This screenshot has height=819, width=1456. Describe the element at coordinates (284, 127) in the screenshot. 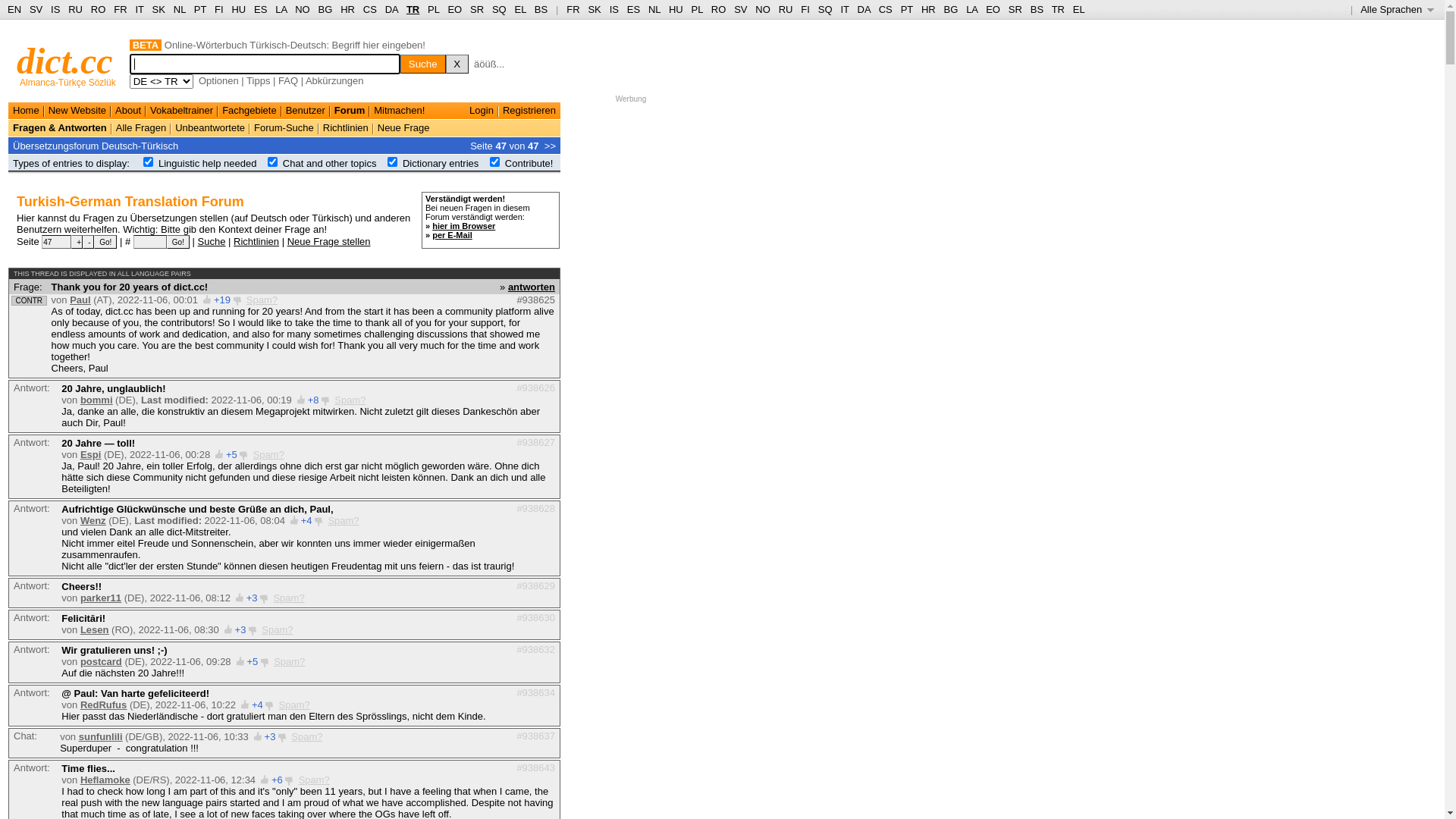

I see `'Forum-Suche'` at that location.